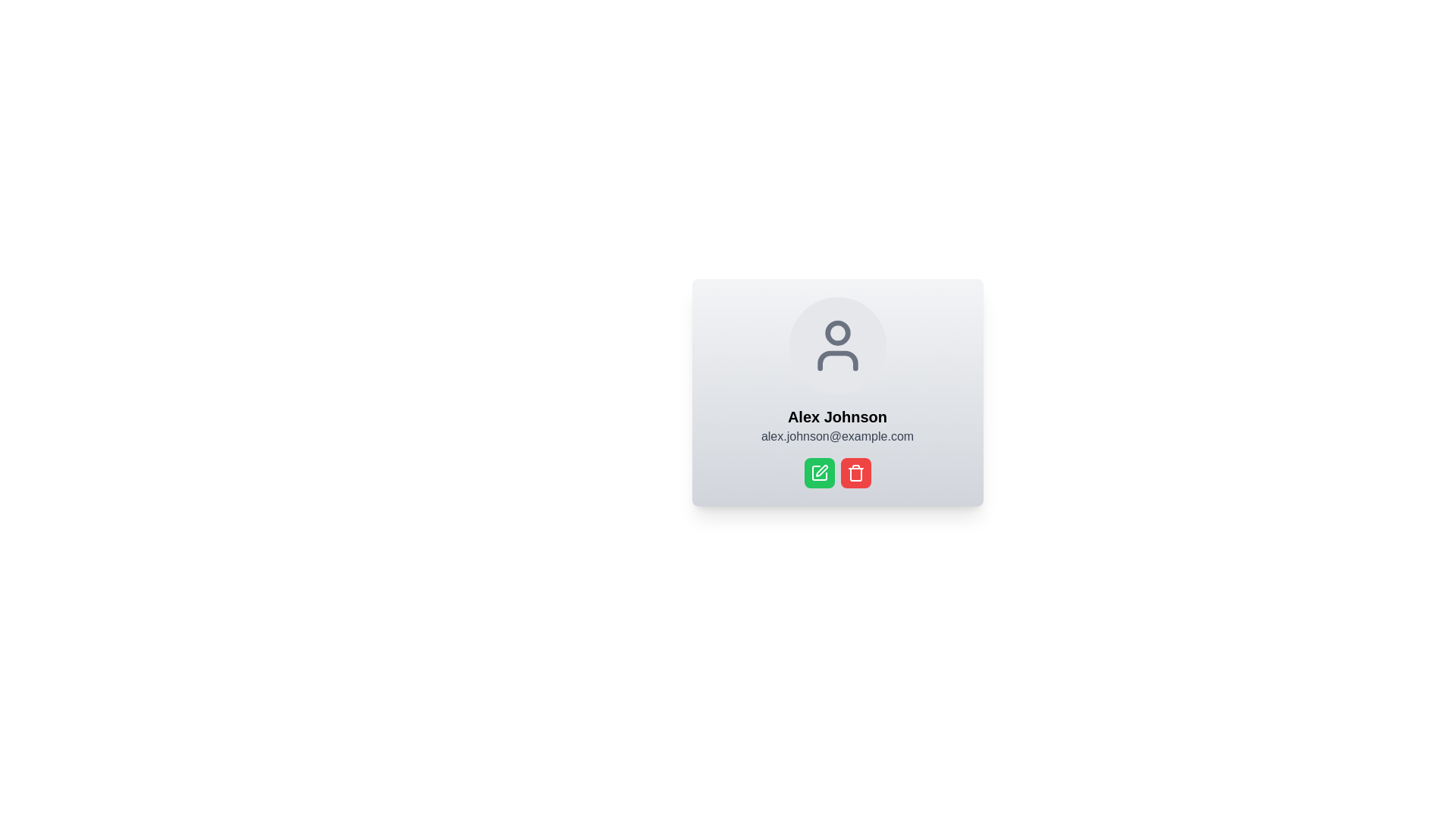 This screenshot has height=819, width=1456. What do you see at coordinates (855, 472) in the screenshot?
I see `the delete icon button with a red background located at the bottom right corner of the card` at bounding box center [855, 472].